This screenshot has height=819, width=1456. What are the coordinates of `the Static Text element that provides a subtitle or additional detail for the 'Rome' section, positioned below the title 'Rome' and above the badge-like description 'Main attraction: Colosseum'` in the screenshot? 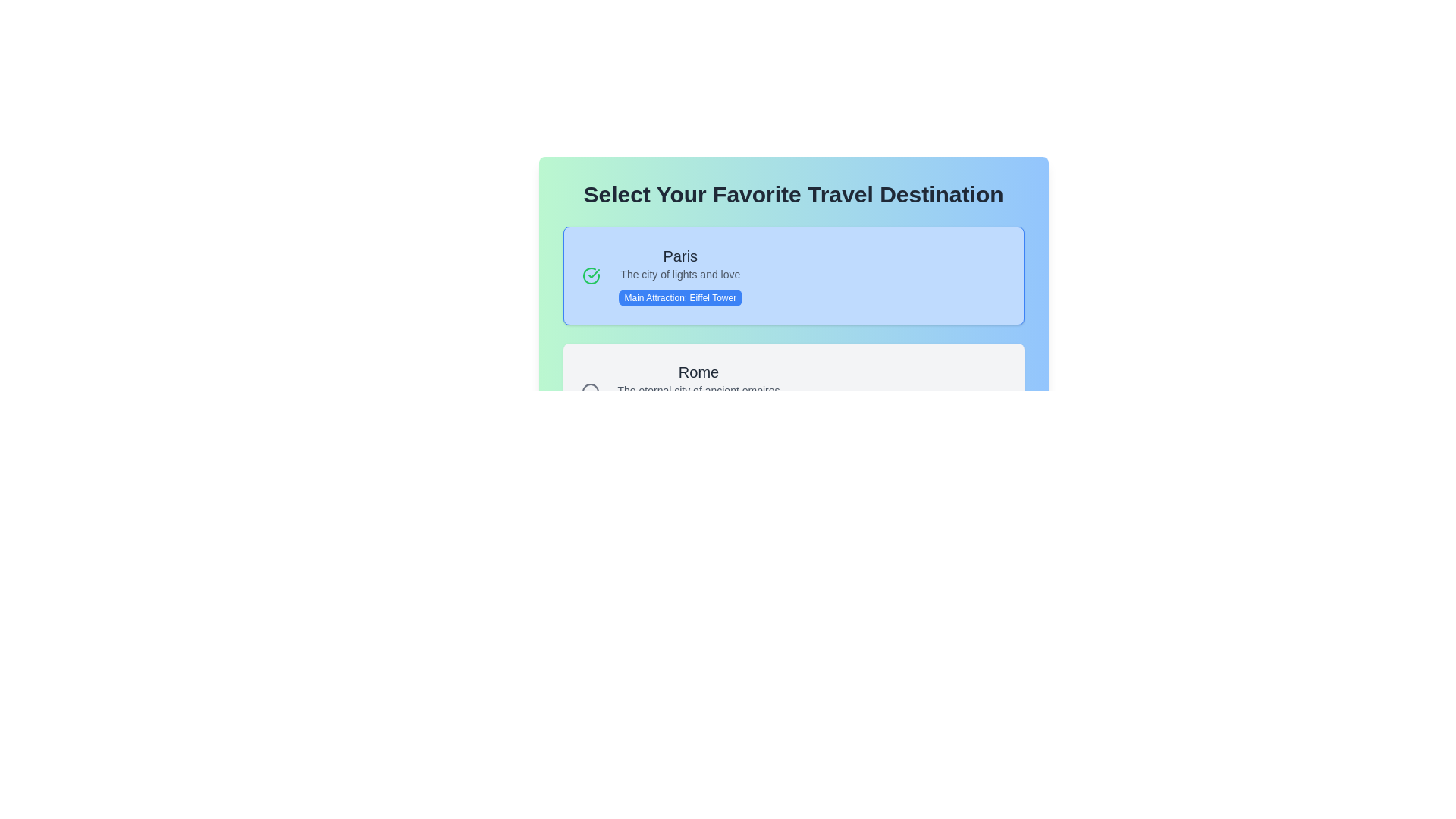 It's located at (698, 390).